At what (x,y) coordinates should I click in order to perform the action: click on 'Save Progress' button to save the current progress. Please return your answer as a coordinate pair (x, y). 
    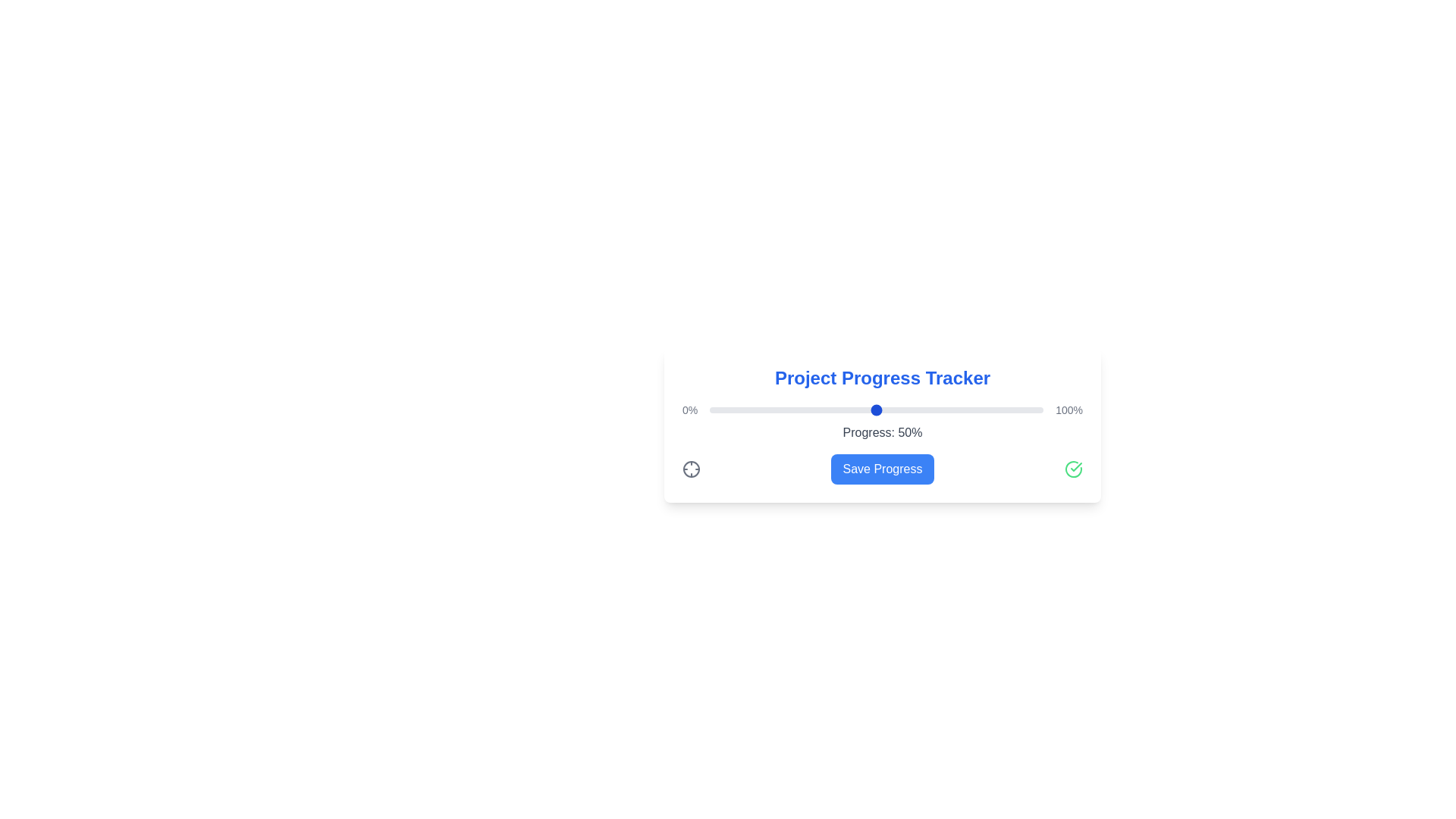
    Looking at the image, I should click on (882, 468).